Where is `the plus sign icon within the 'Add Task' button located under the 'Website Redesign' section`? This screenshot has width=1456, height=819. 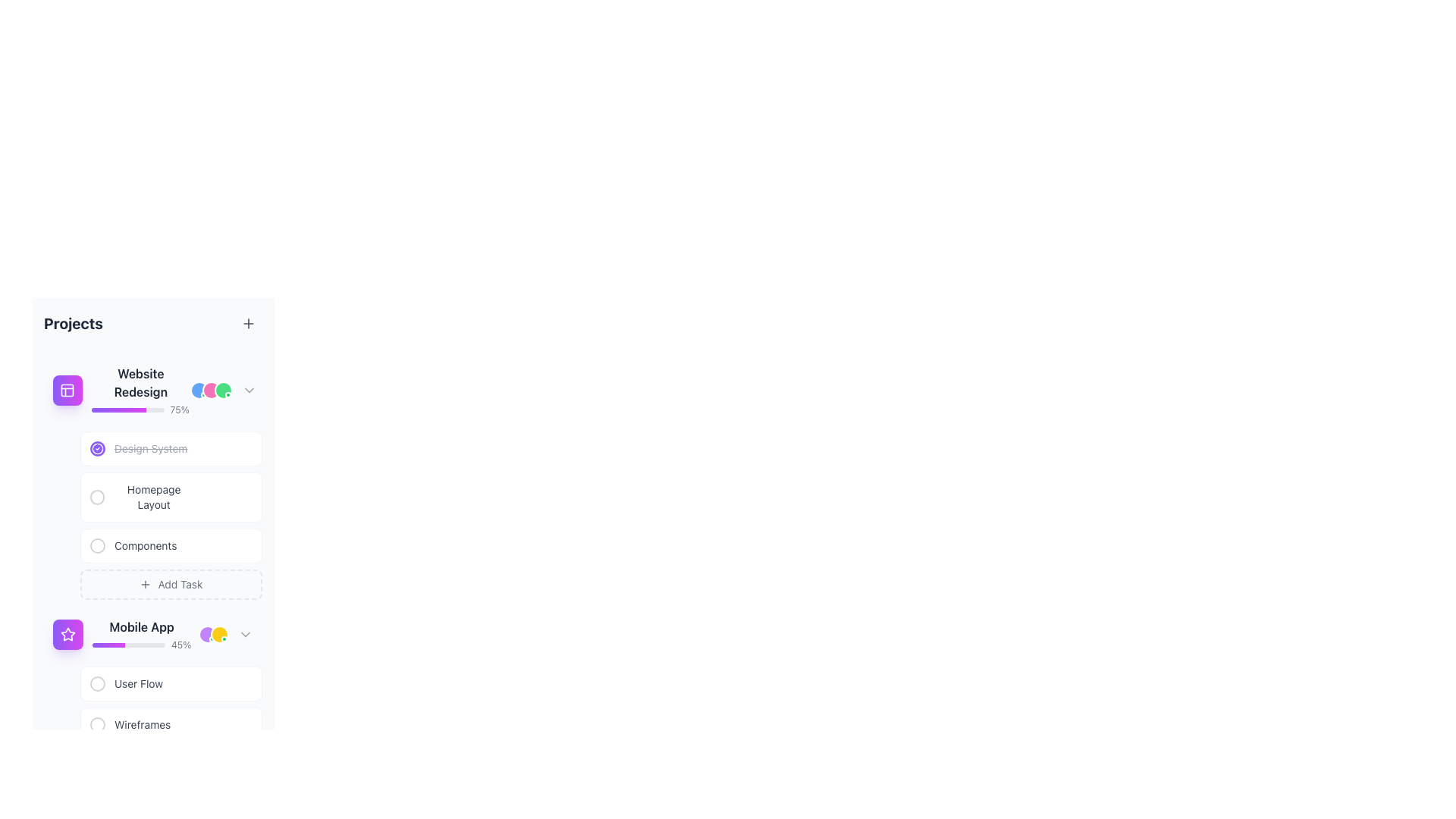
the plus sign icon within the 'Add Task' button located under the 'Website Redesign' section is located at coordinates (146, 584).